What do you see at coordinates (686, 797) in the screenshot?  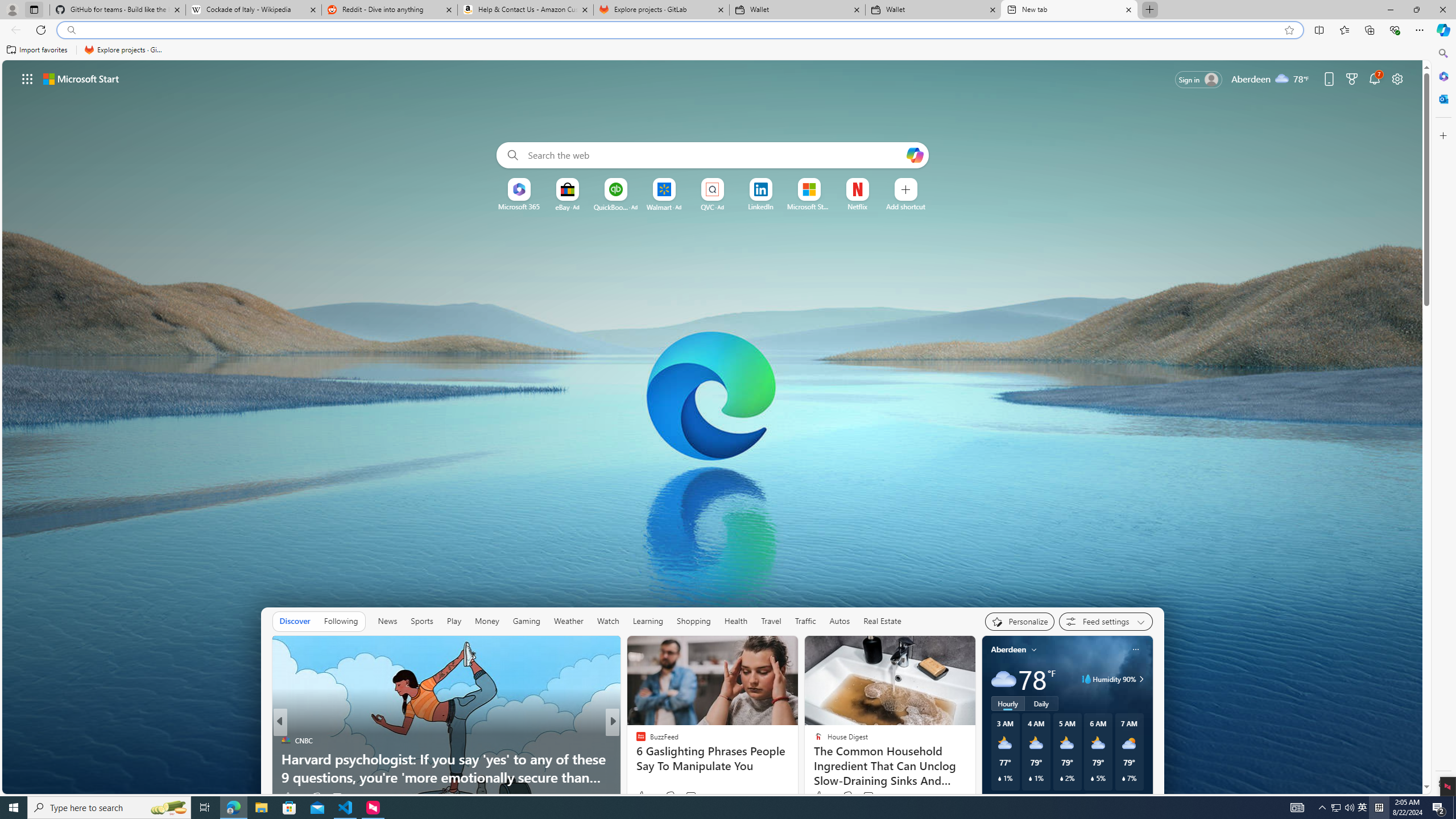 I see `'View comments 1k Comment'` at bounding box center [686, 797].